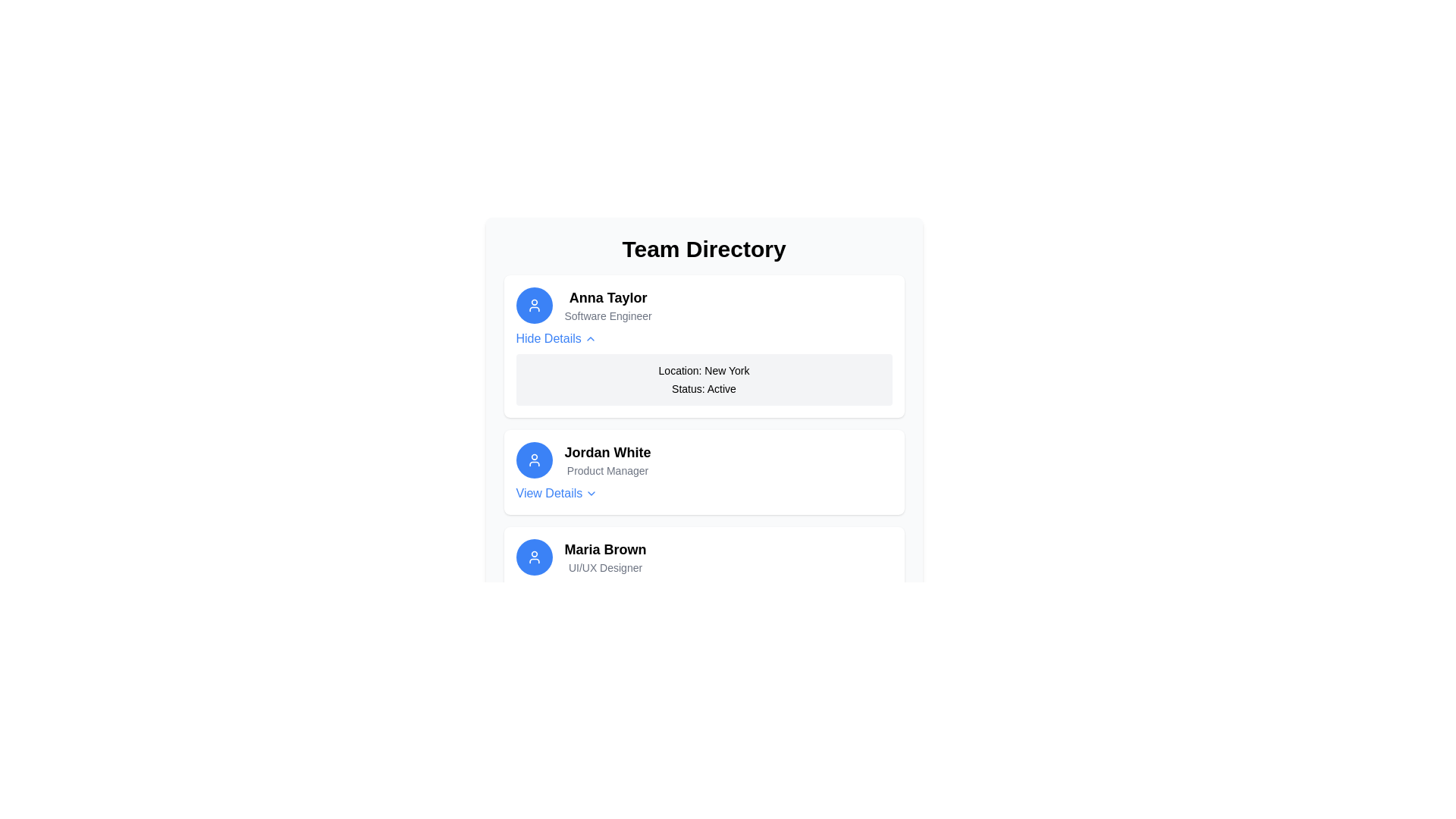 This screenshot has width=1456, height=819. I want to click on the Profile summary block for 'Anna Taylor', so click(703, 305).